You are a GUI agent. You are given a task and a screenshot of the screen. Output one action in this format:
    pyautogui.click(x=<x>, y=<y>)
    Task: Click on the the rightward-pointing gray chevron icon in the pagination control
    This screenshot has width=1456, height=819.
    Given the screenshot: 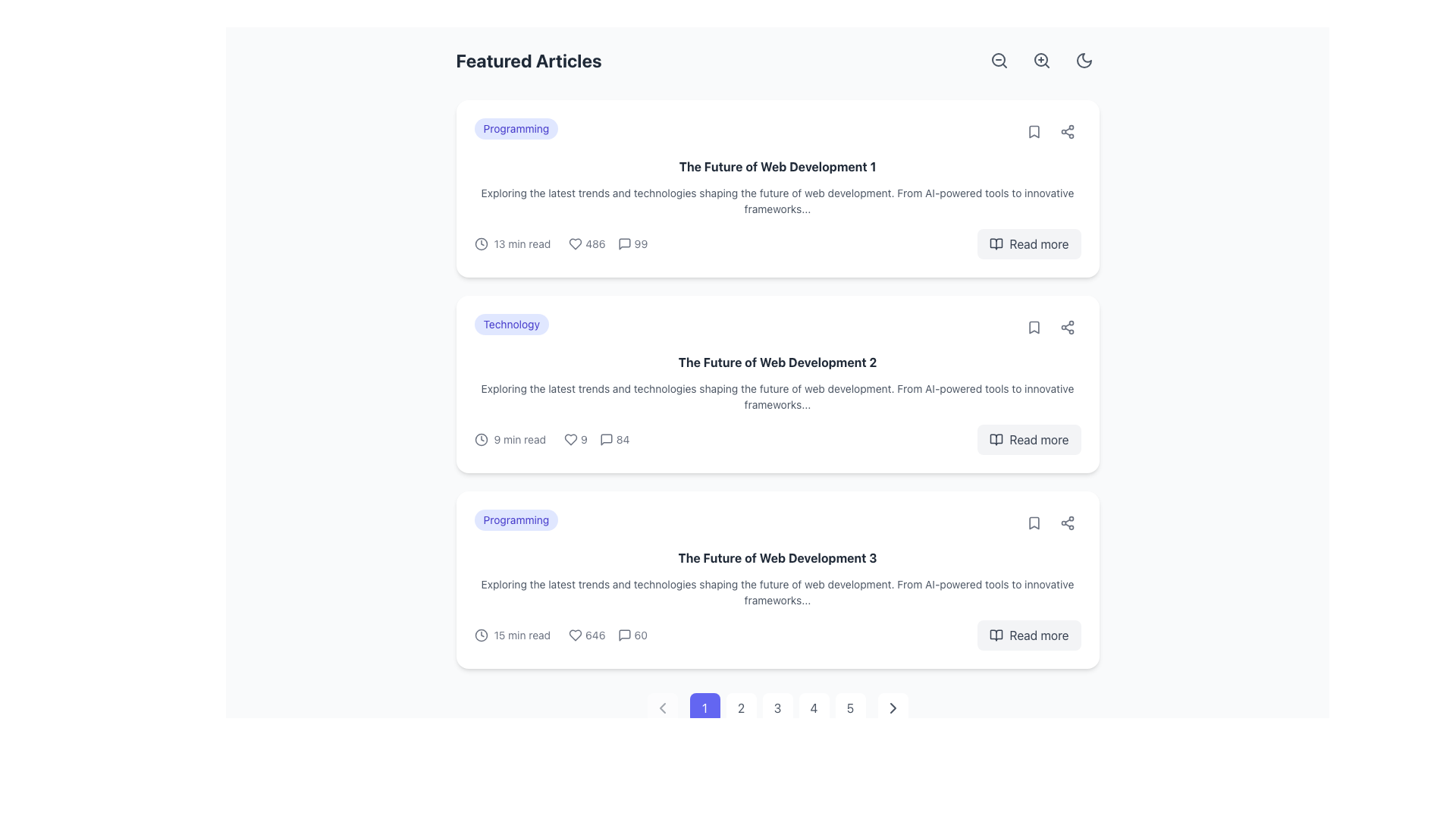 What is the action you would take?
    pyautogui.click(x=893, y=708)
    